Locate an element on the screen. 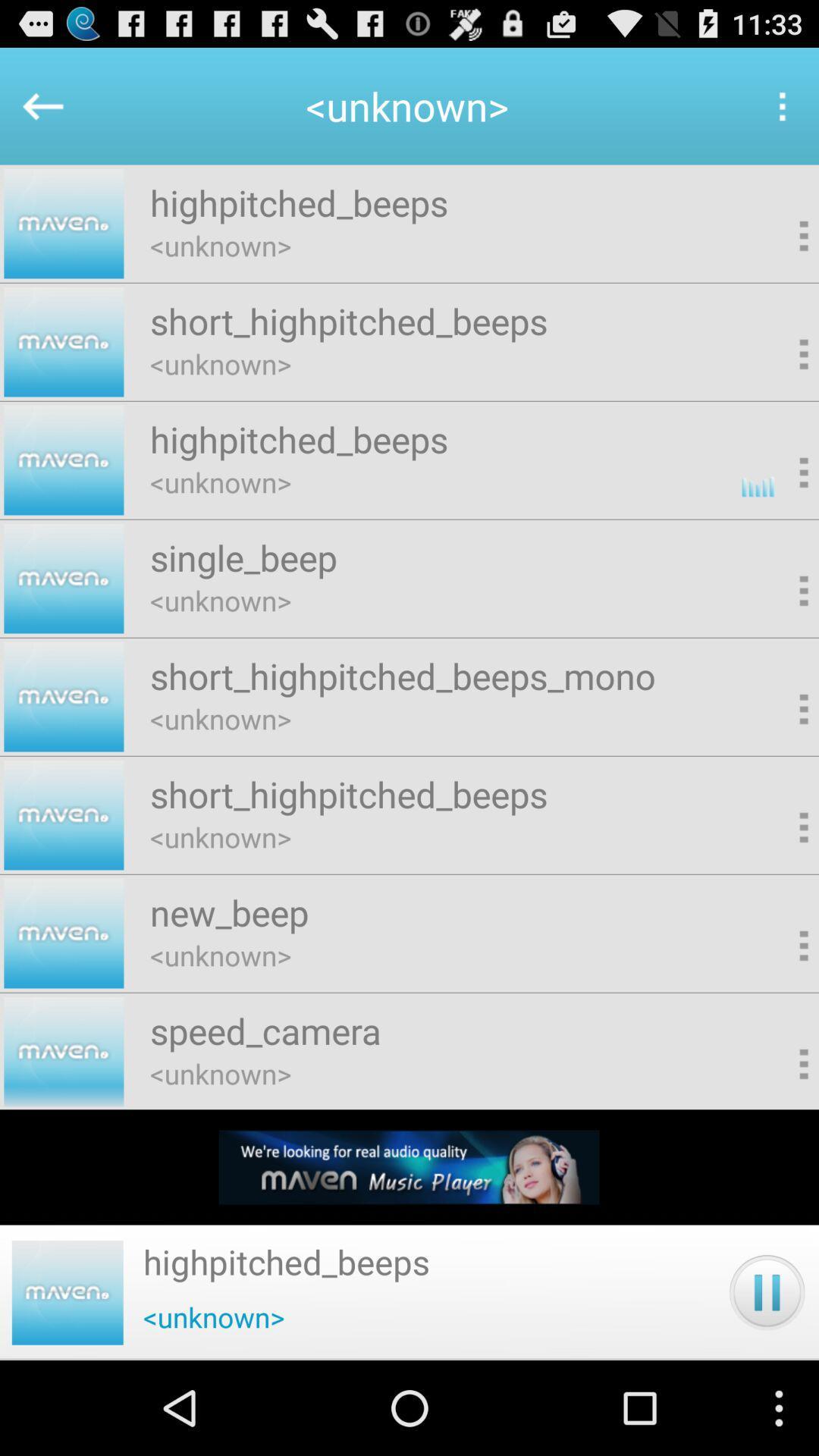 Image resolution: width=819 pixels, height=1456 pixels. the more icon is located at coordinates (779, 760).